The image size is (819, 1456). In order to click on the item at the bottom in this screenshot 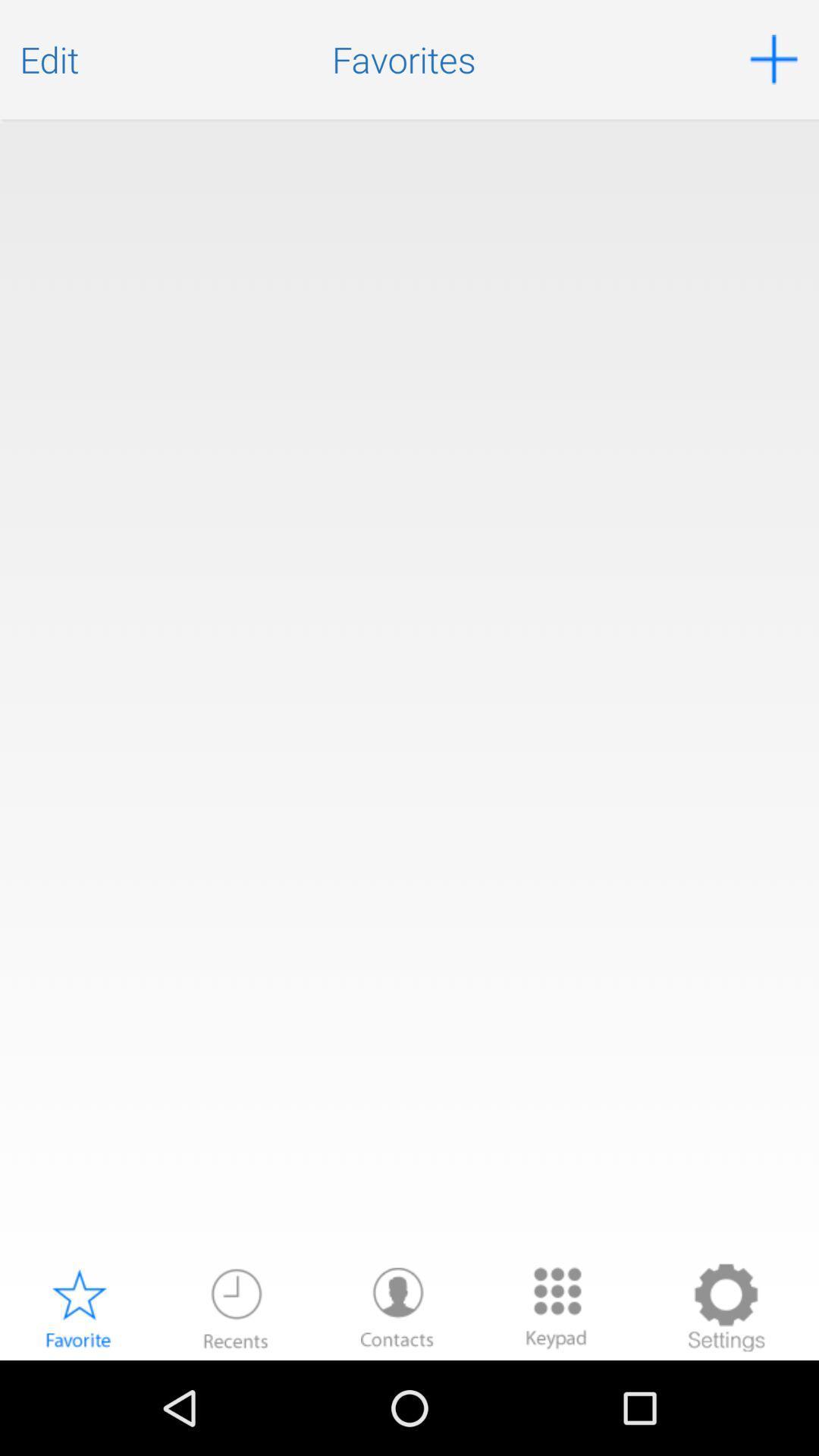, I will do `click(397, 1307)`.